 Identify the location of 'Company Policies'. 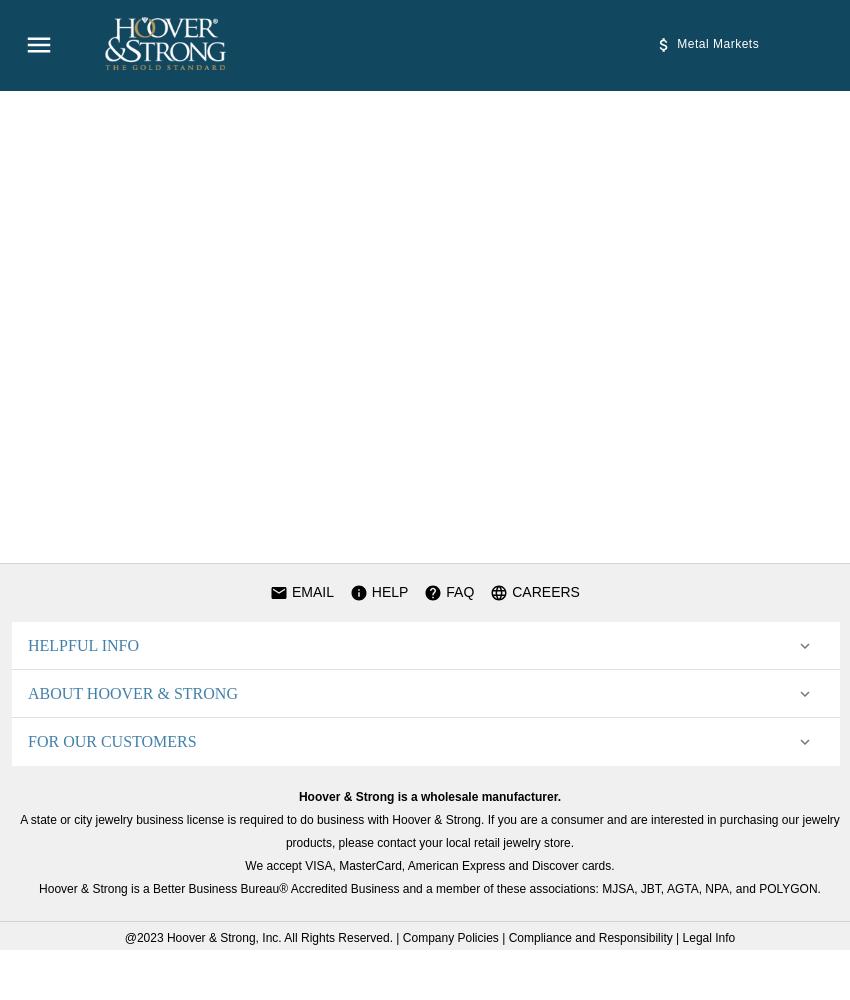
(448, 938).